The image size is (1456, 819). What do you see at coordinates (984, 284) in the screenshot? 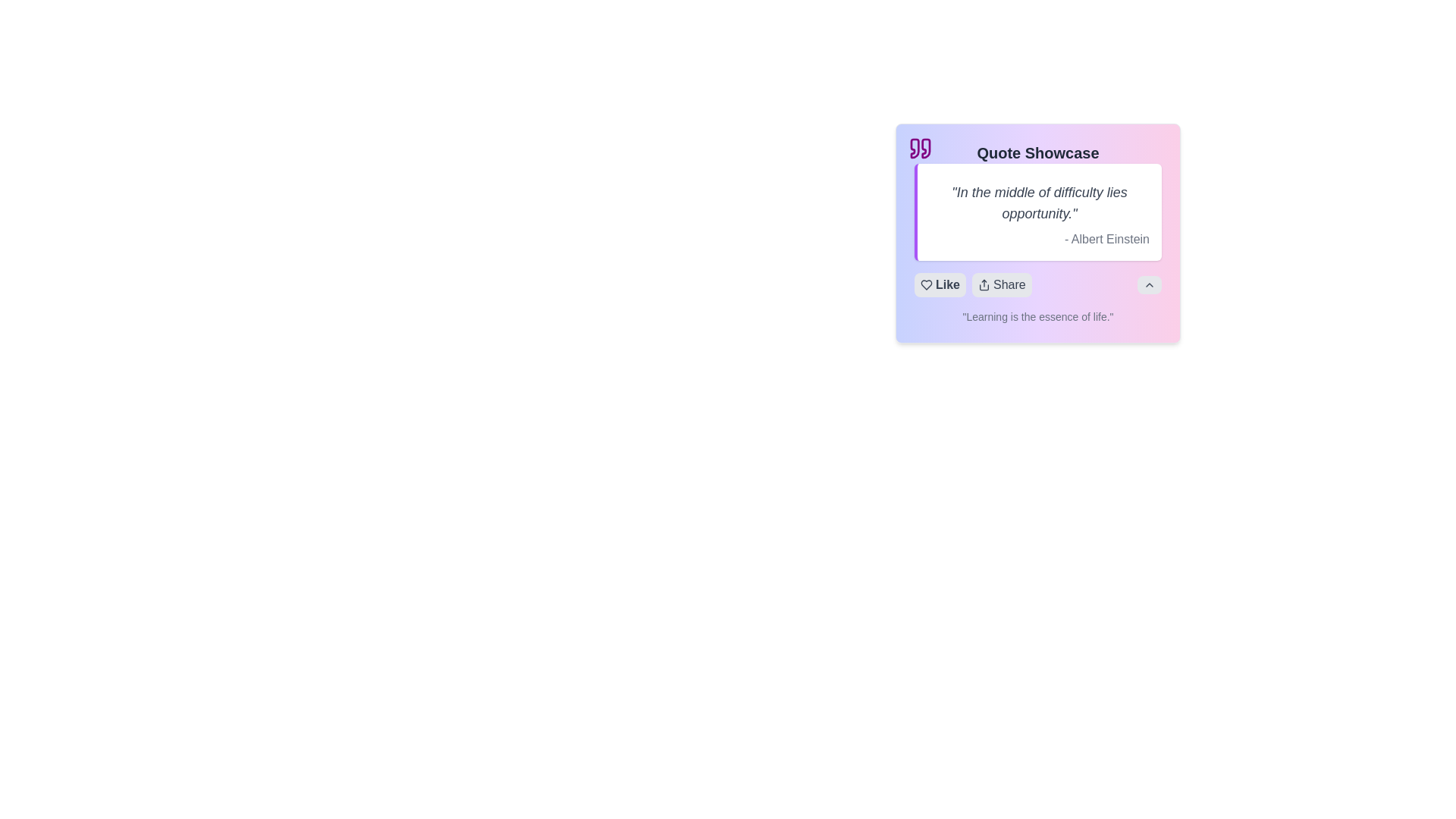
I see `the sharing icon located` at bounding box center [984, 284].